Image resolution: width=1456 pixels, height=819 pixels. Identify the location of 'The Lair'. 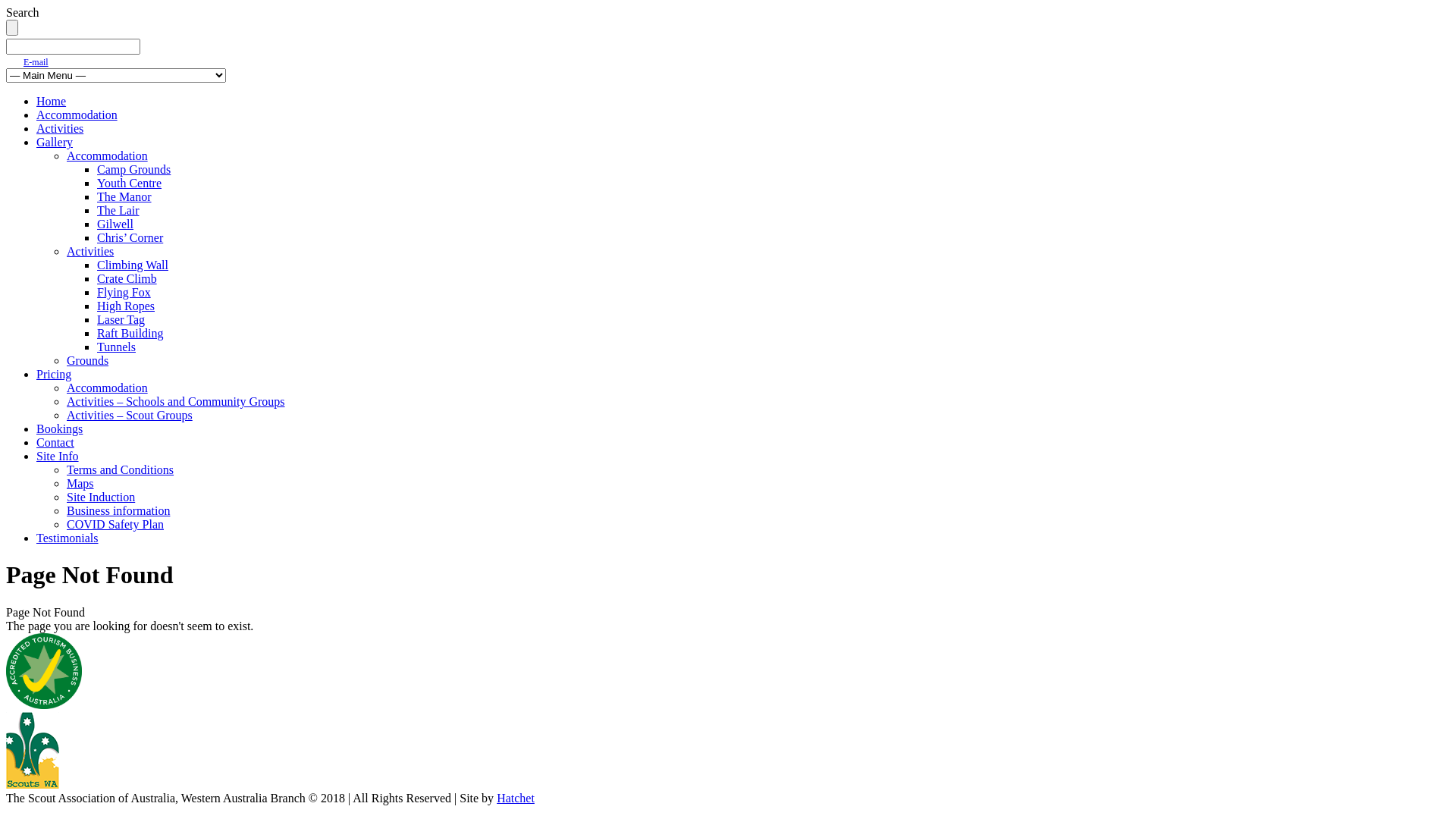
(96, 210).